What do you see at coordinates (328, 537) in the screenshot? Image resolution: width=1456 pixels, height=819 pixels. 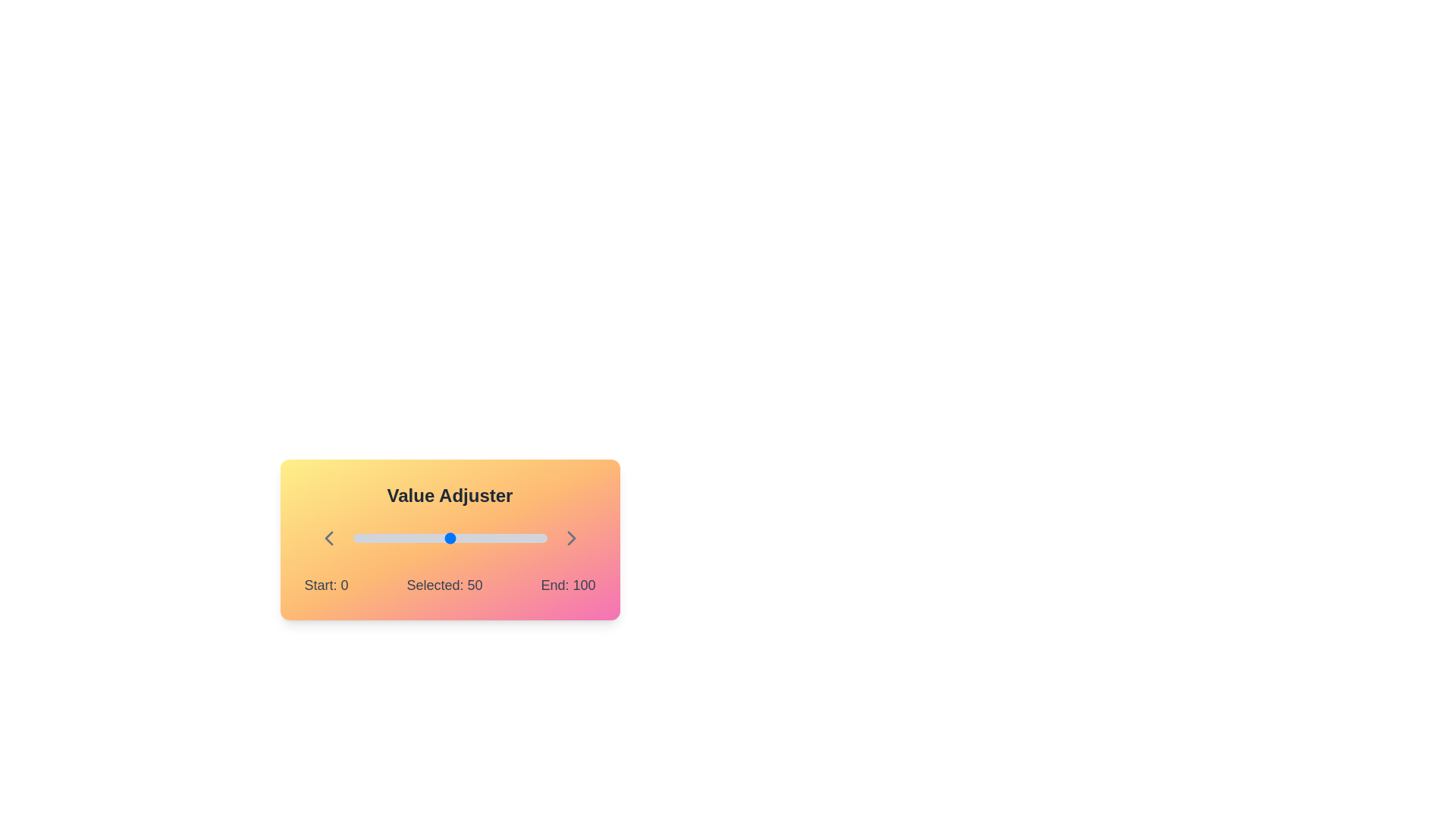 I see `the left chevron icon` at bounding box center [328, 537].